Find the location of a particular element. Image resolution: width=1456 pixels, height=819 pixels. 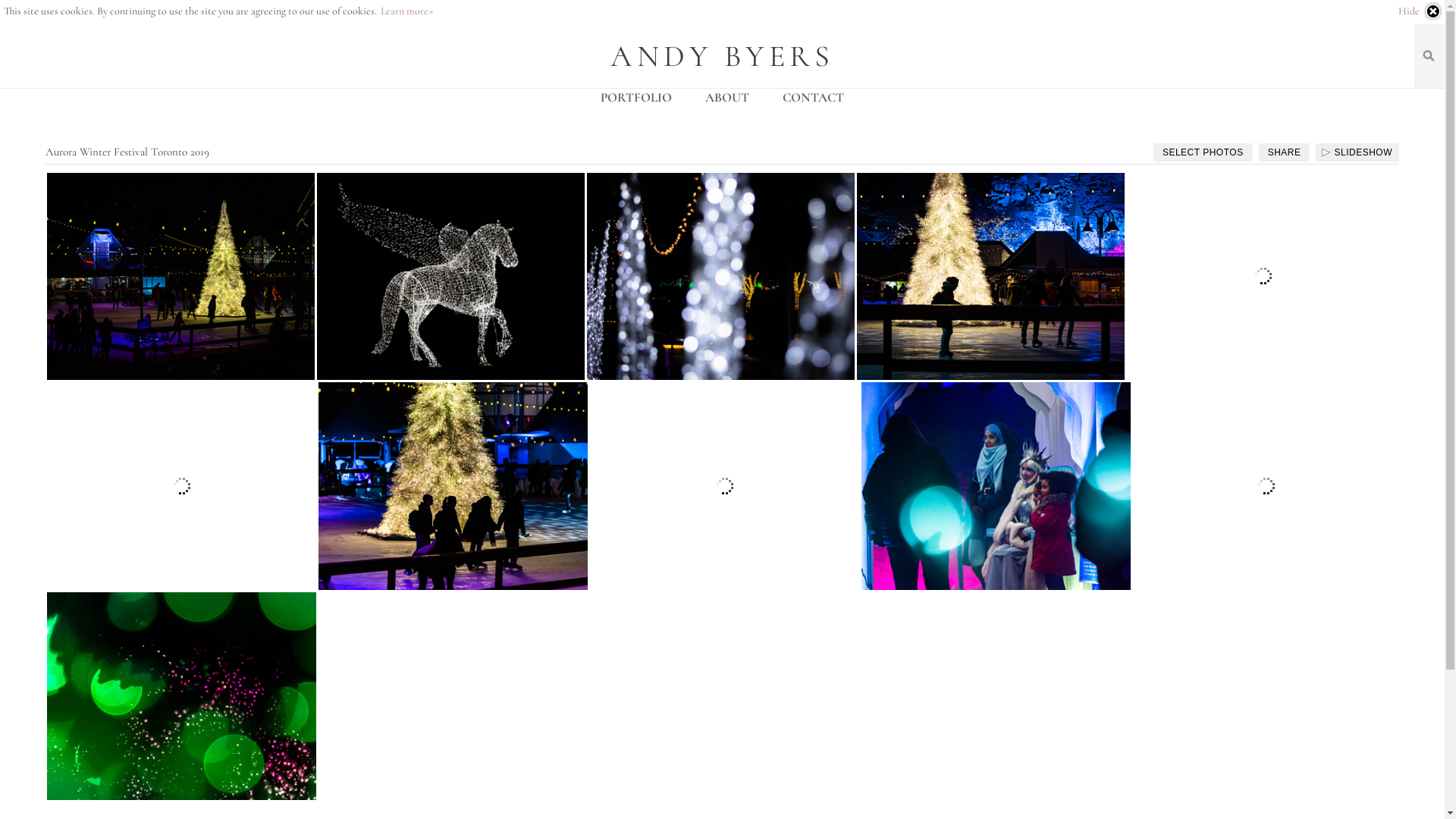

'ANDY BYERS' is located at coordinates (721, 55).